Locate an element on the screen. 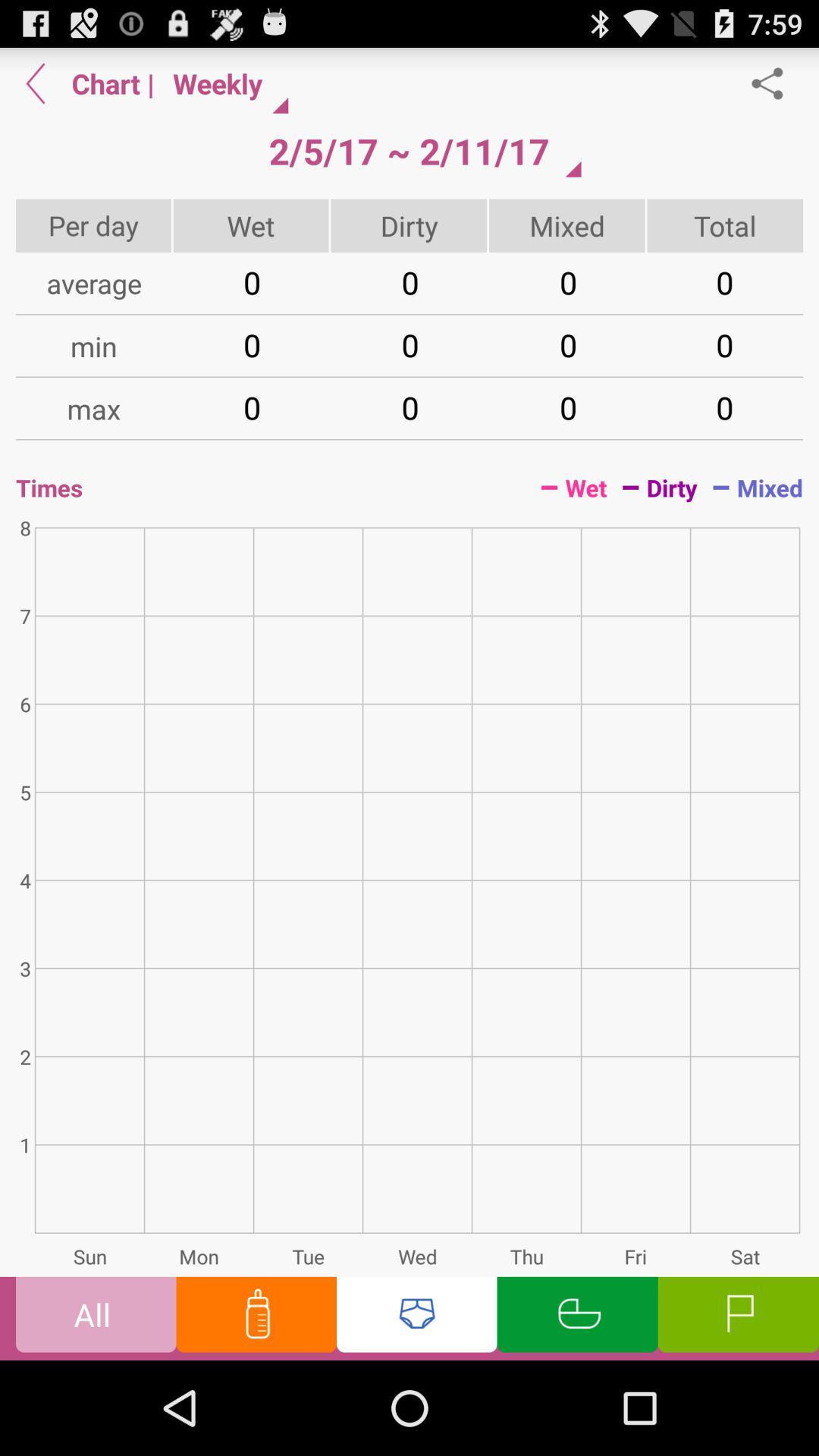  click on previous is located at coordinates (35, 83).